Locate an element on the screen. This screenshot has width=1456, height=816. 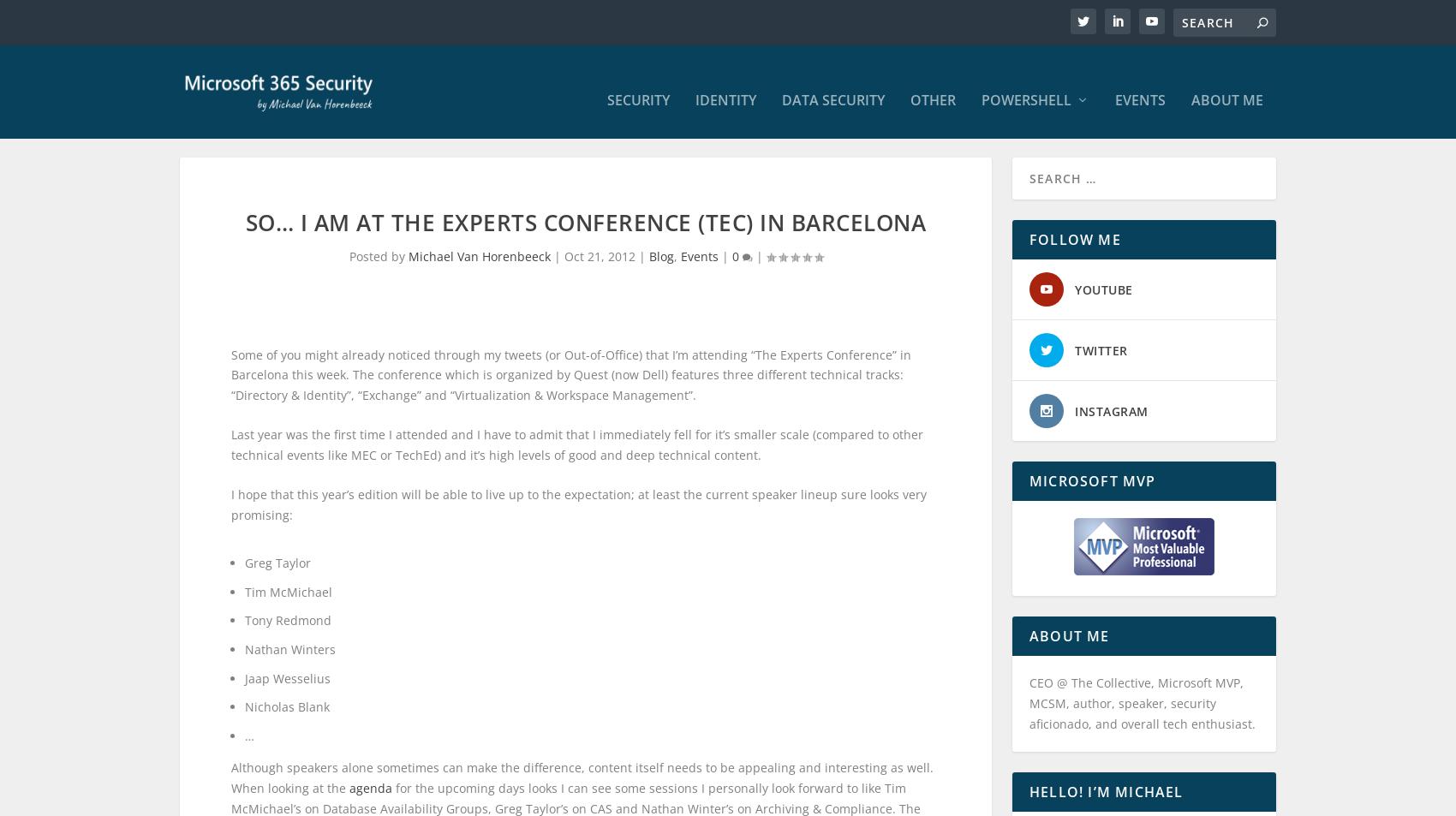
'Follow Me' is located at coordinates (1073, 254).